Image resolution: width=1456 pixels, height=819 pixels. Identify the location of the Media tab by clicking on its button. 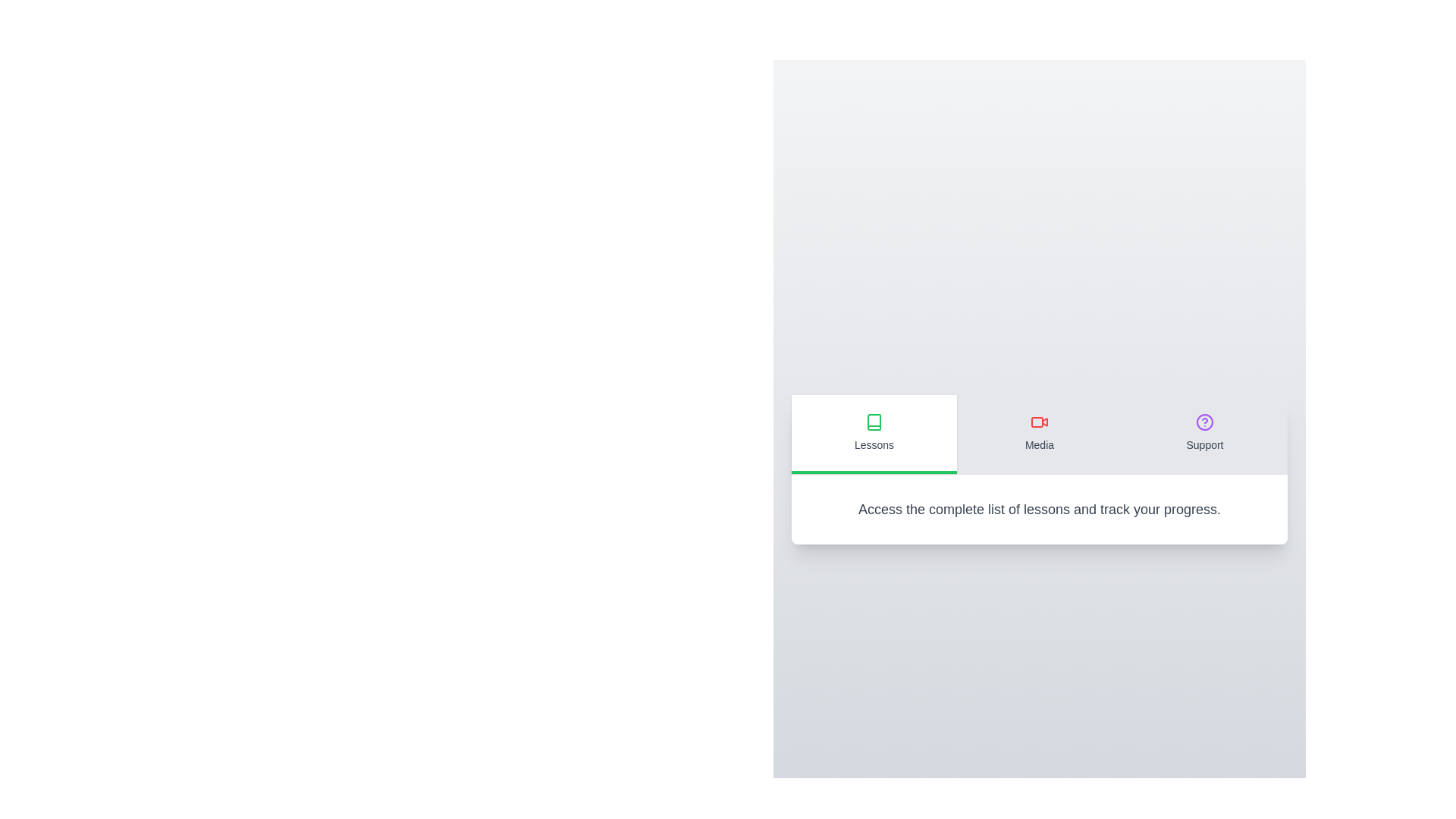
(1039, 434).